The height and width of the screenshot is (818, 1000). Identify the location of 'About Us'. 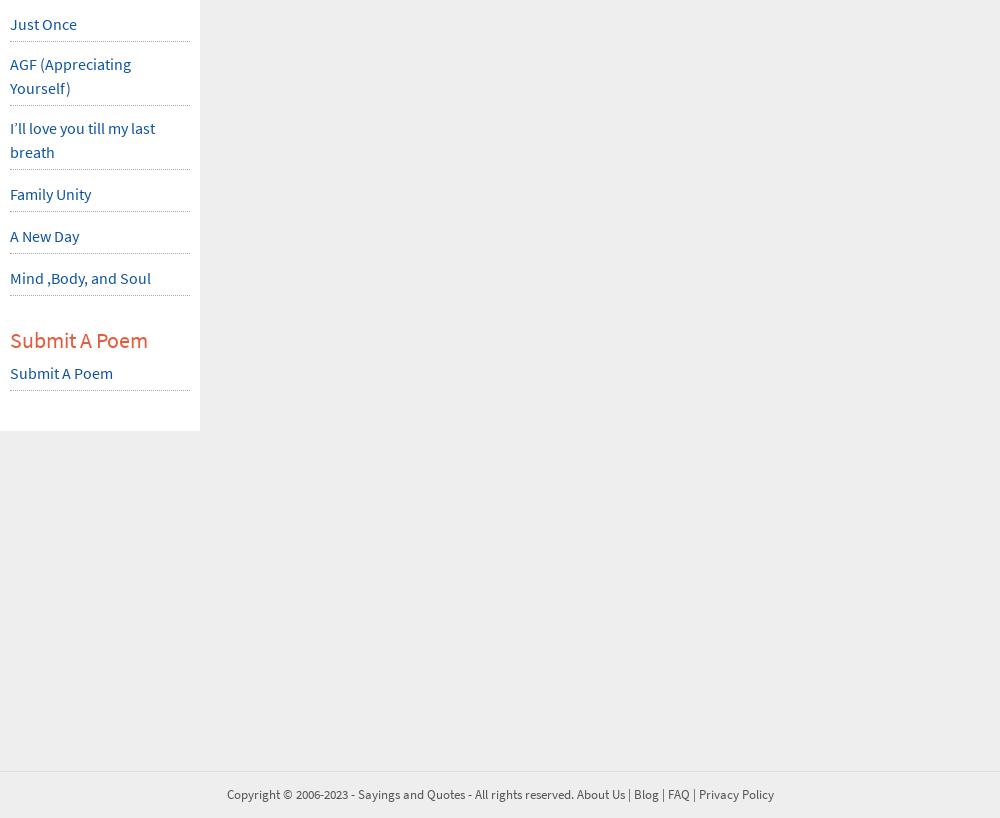
(599, 794).